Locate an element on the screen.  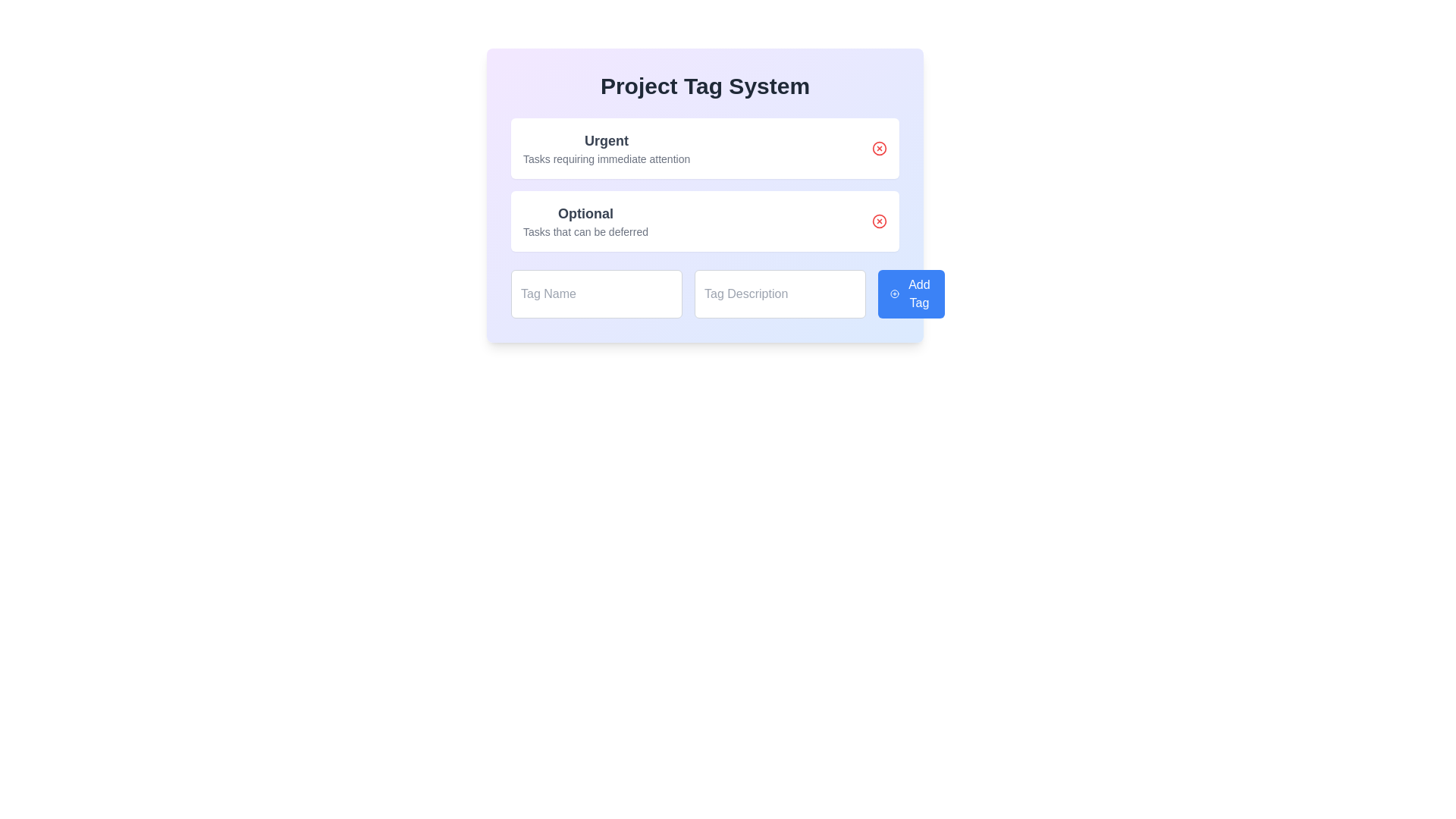
the button located on the far right end of the first row labeled 'Urgent', which is adjacent to the text content 'Tasks requiring immediate attention' is located at coordinates (880, 149).